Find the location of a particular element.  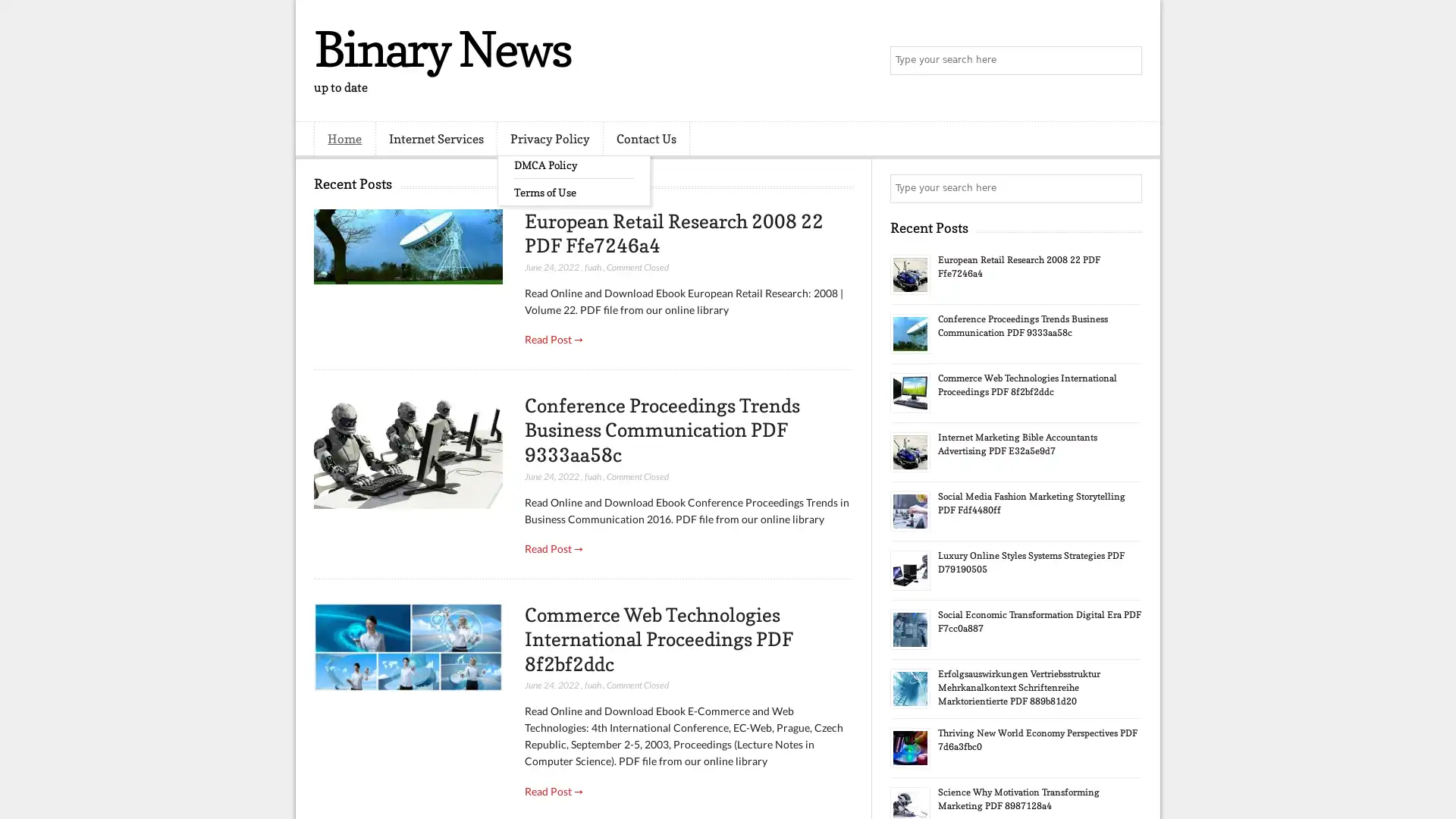

Search is located at coordinates (1126, 188).